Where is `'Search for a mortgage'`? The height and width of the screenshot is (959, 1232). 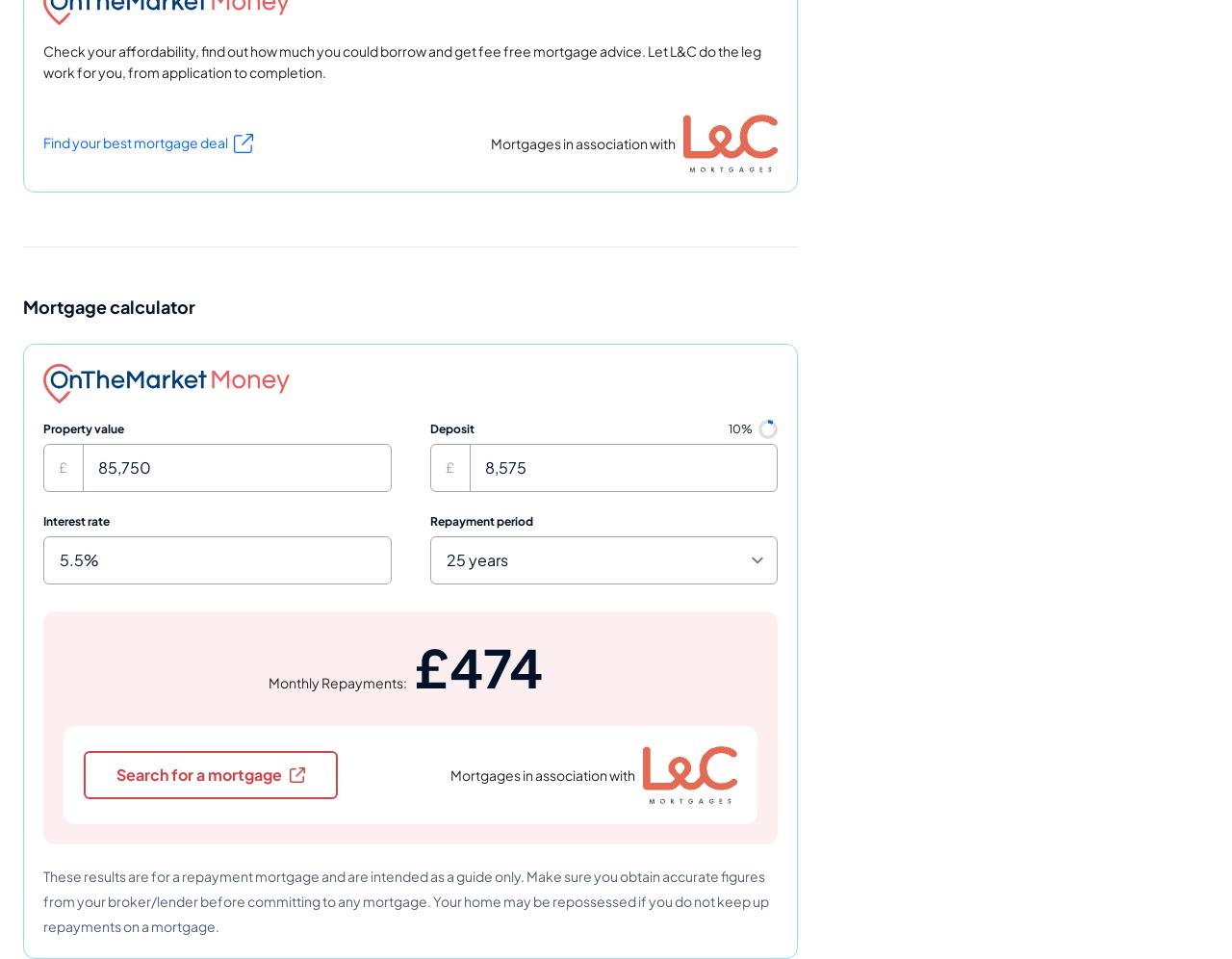 'Search for a mortgage' is located at coordinates (198, 772).